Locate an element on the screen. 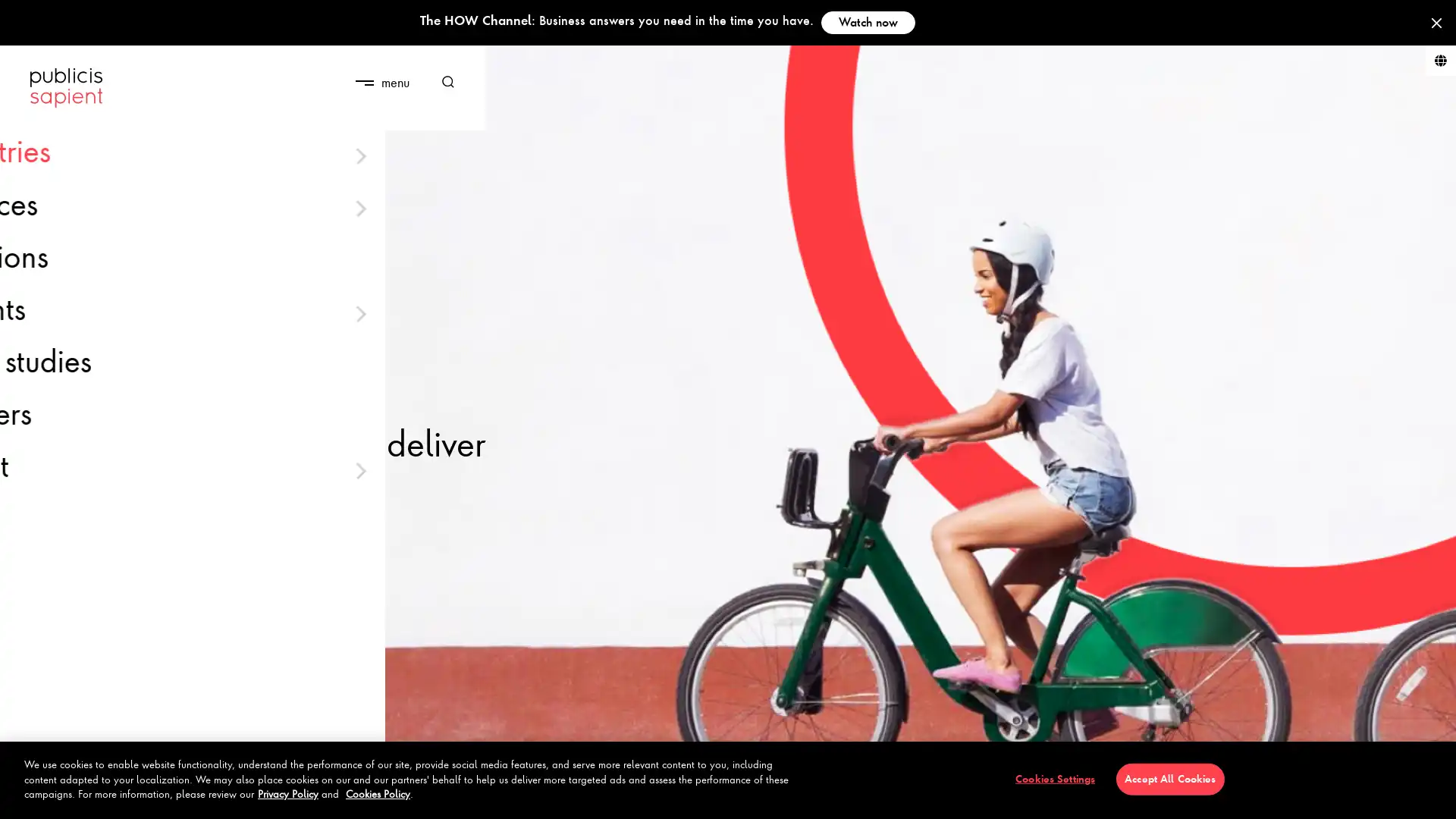 The width and height of the screenshot is (1456, 819). Accept All Cookies is located at coordinates (1169, 778).